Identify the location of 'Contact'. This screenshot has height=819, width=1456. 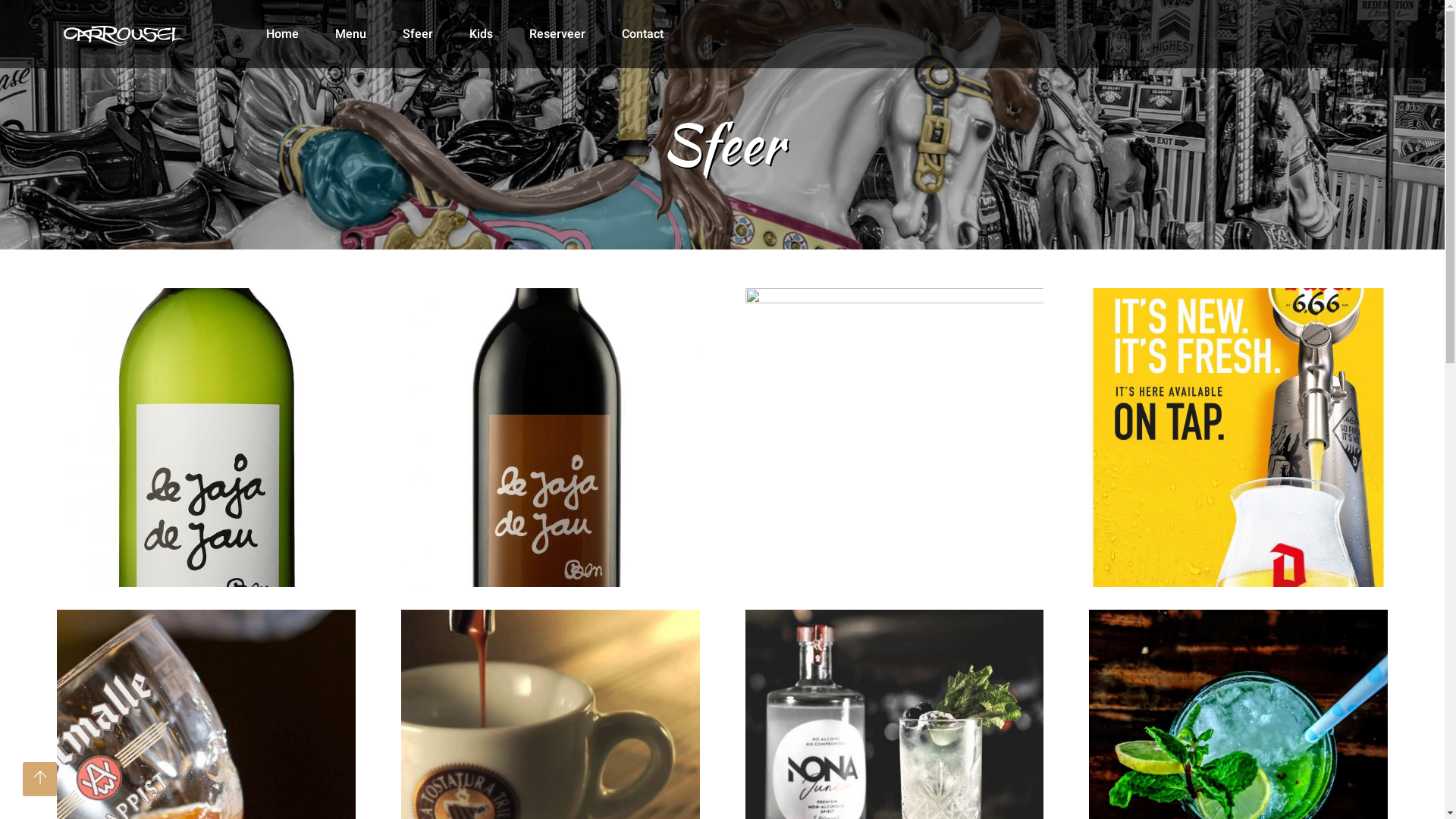
(642, 34).